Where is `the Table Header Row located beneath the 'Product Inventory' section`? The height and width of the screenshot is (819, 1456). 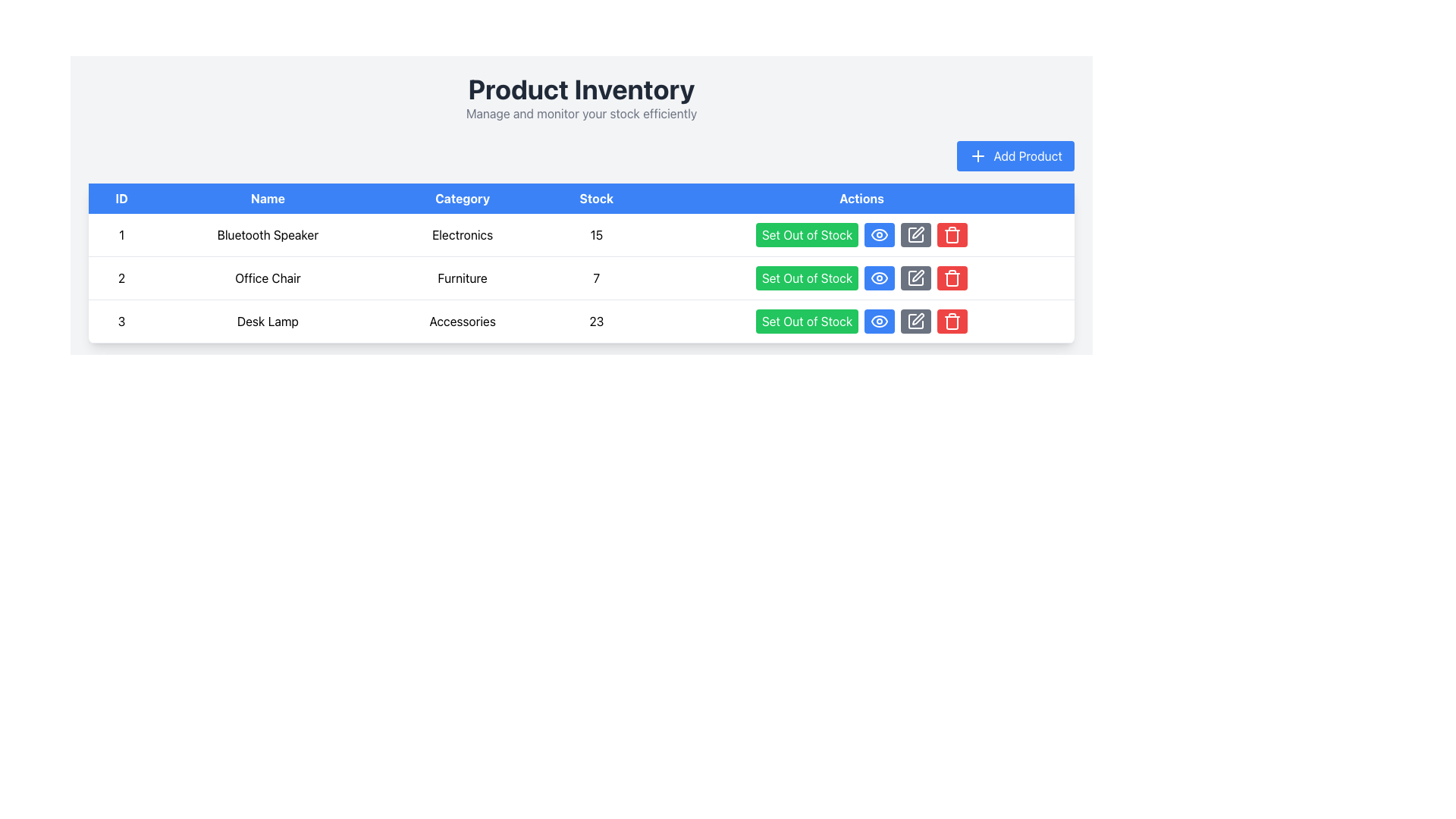
the Table Header Row located beneath the 'Product Inventory' section is located at coordinates (581, 198).